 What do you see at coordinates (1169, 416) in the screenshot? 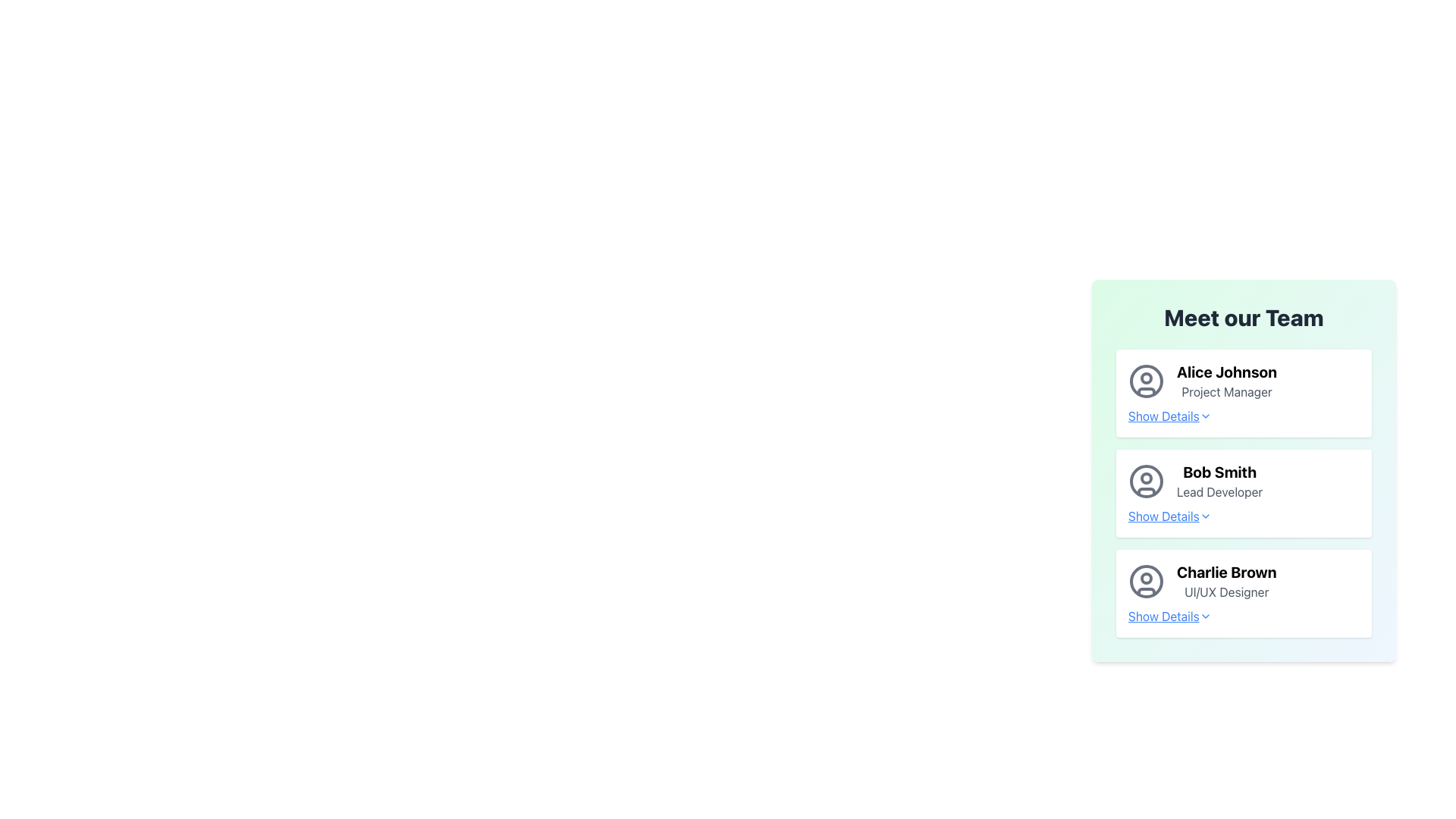
I see `the 'Show Details' hyperlink located within the card labeled 'Alice Johnson - Project Manager'` at bounding box center [1169, 416].